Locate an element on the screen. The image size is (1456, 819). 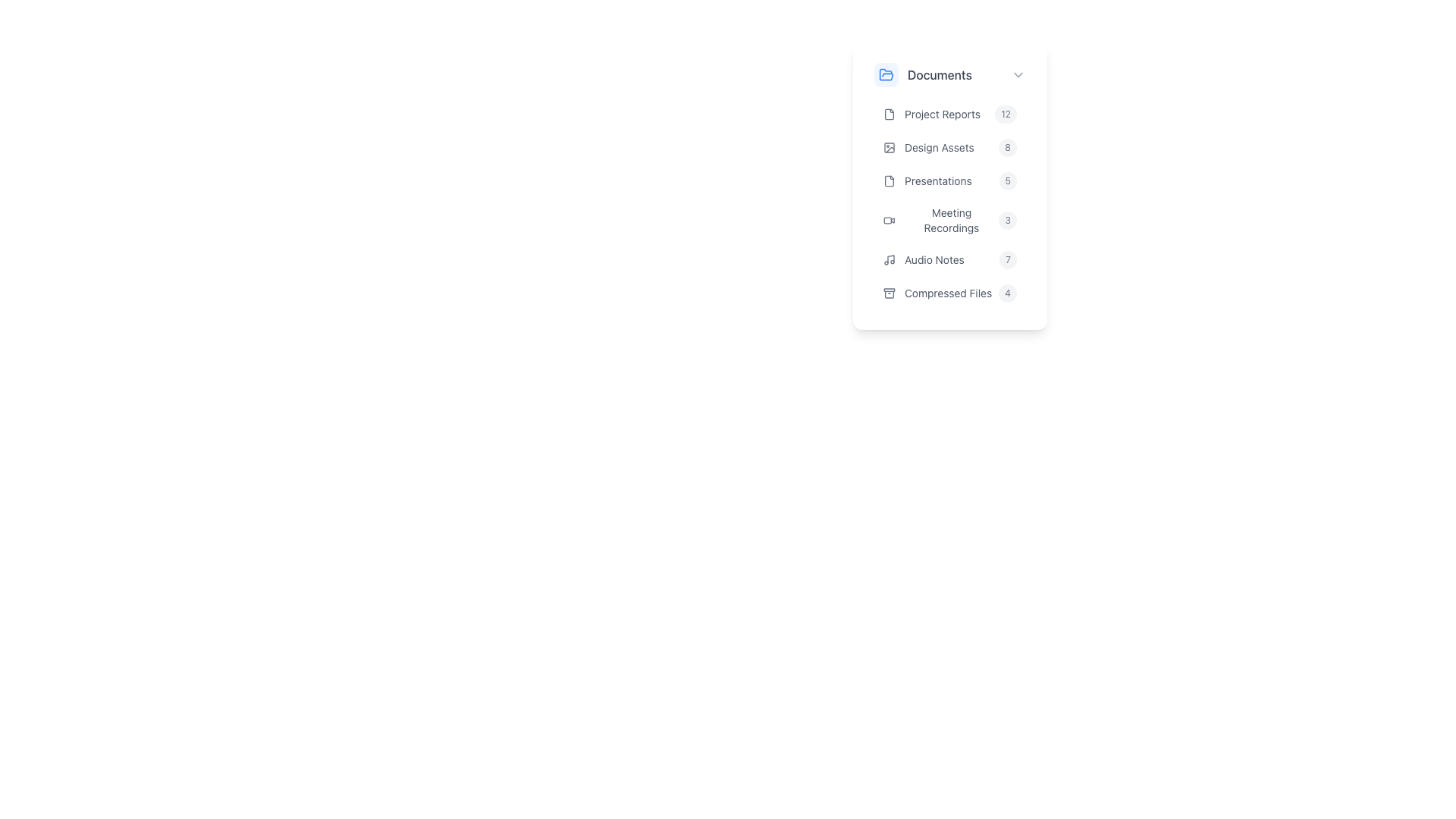
the Counter badge located at the far right of the 'Project Reports' section within the 'Documents' vertical navigation menu is located at coordinates (1006, 113).